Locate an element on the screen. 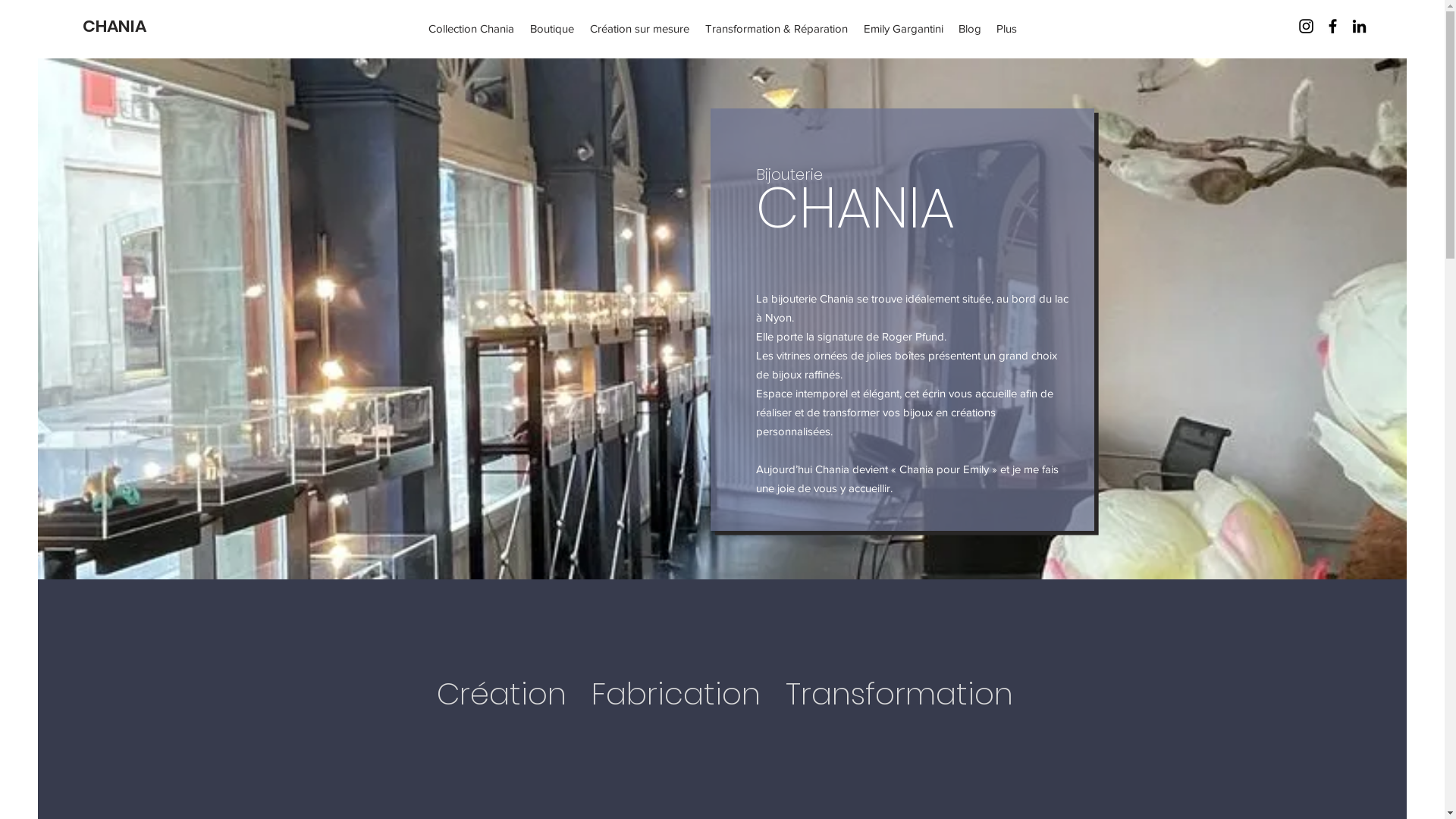 This screenshot has height=819, width=1456. 'Boutique' is located at coordinates (551, 28).